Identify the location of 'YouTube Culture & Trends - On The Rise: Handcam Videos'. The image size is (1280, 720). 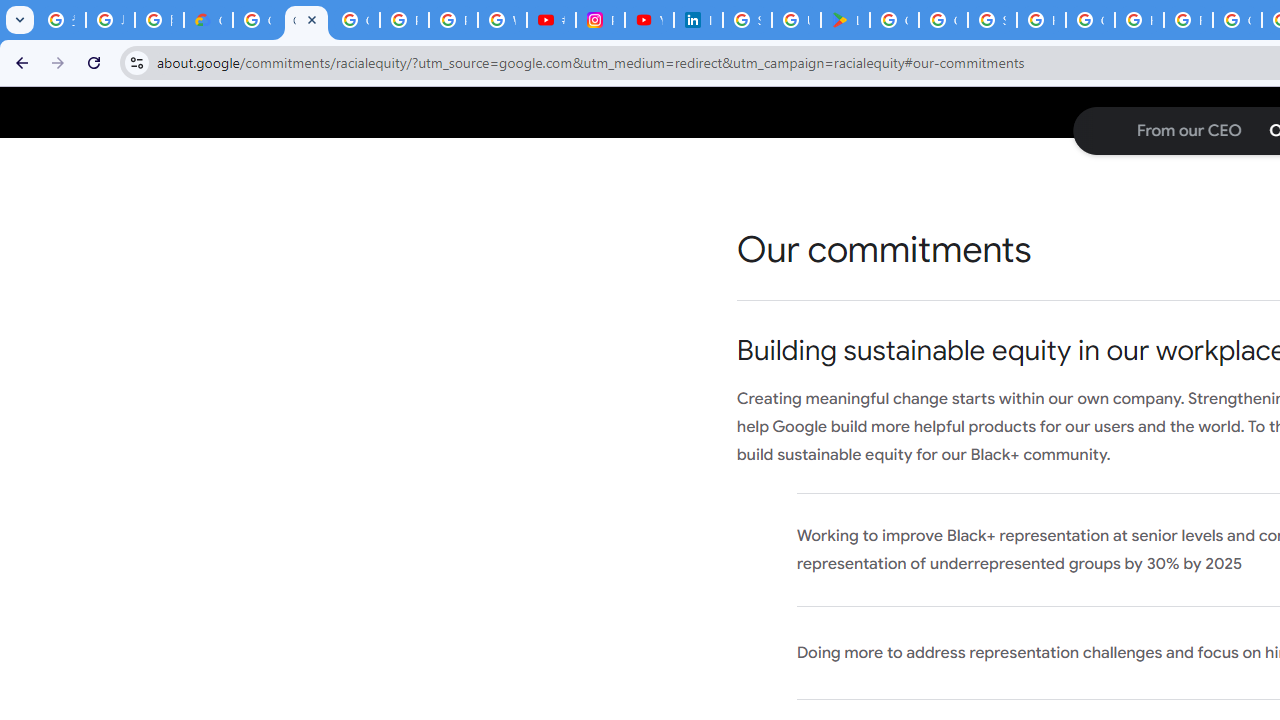
(649, 20).